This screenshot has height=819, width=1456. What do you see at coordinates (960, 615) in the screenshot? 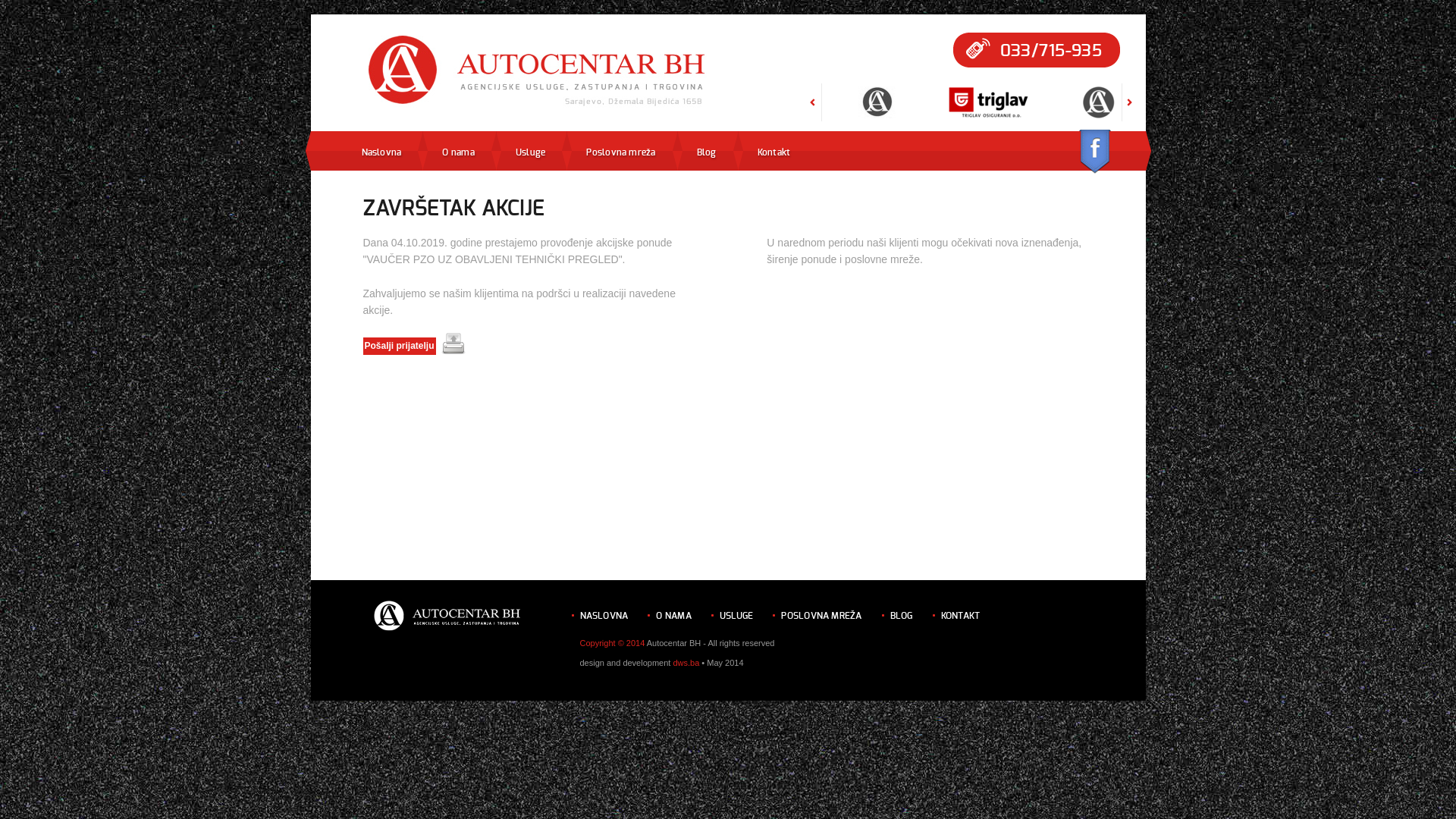
I see `'KONTAKT'` at bounding box center [960, 615].